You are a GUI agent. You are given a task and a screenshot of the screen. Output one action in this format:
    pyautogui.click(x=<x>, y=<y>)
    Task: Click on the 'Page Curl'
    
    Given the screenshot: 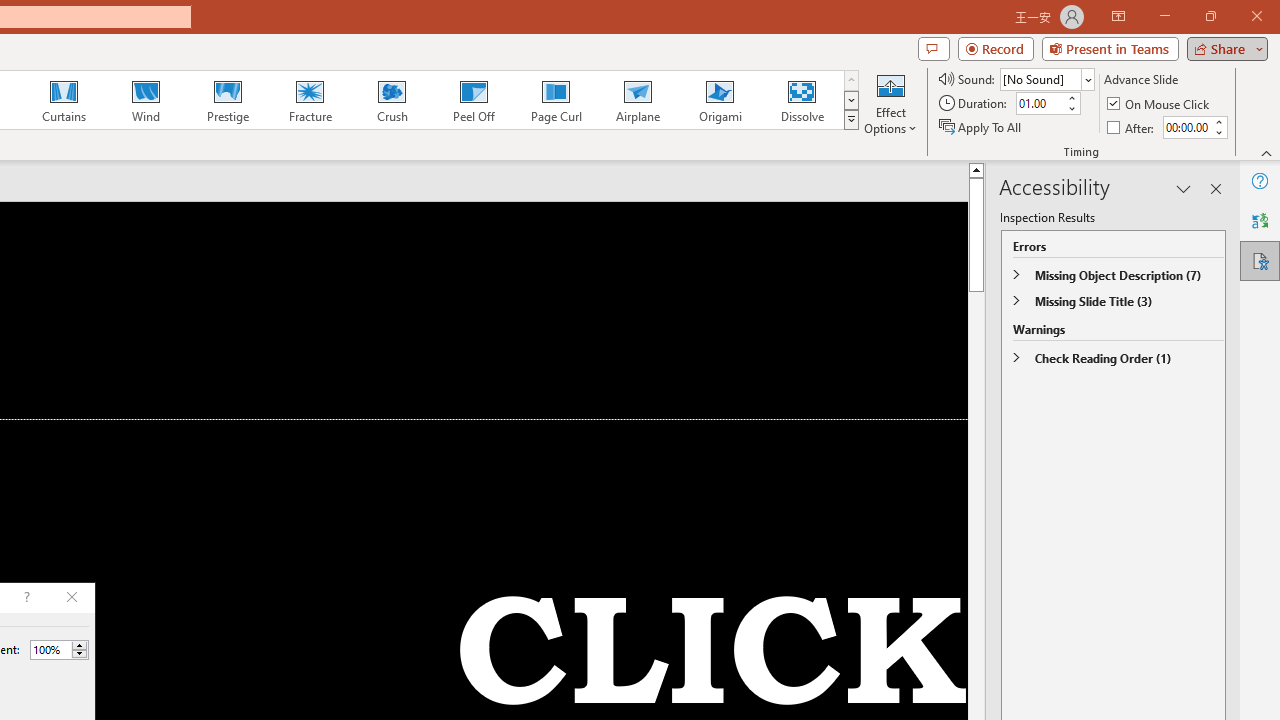 What is the action you would take?
    pyautogui.click(x=555, y=100)
    